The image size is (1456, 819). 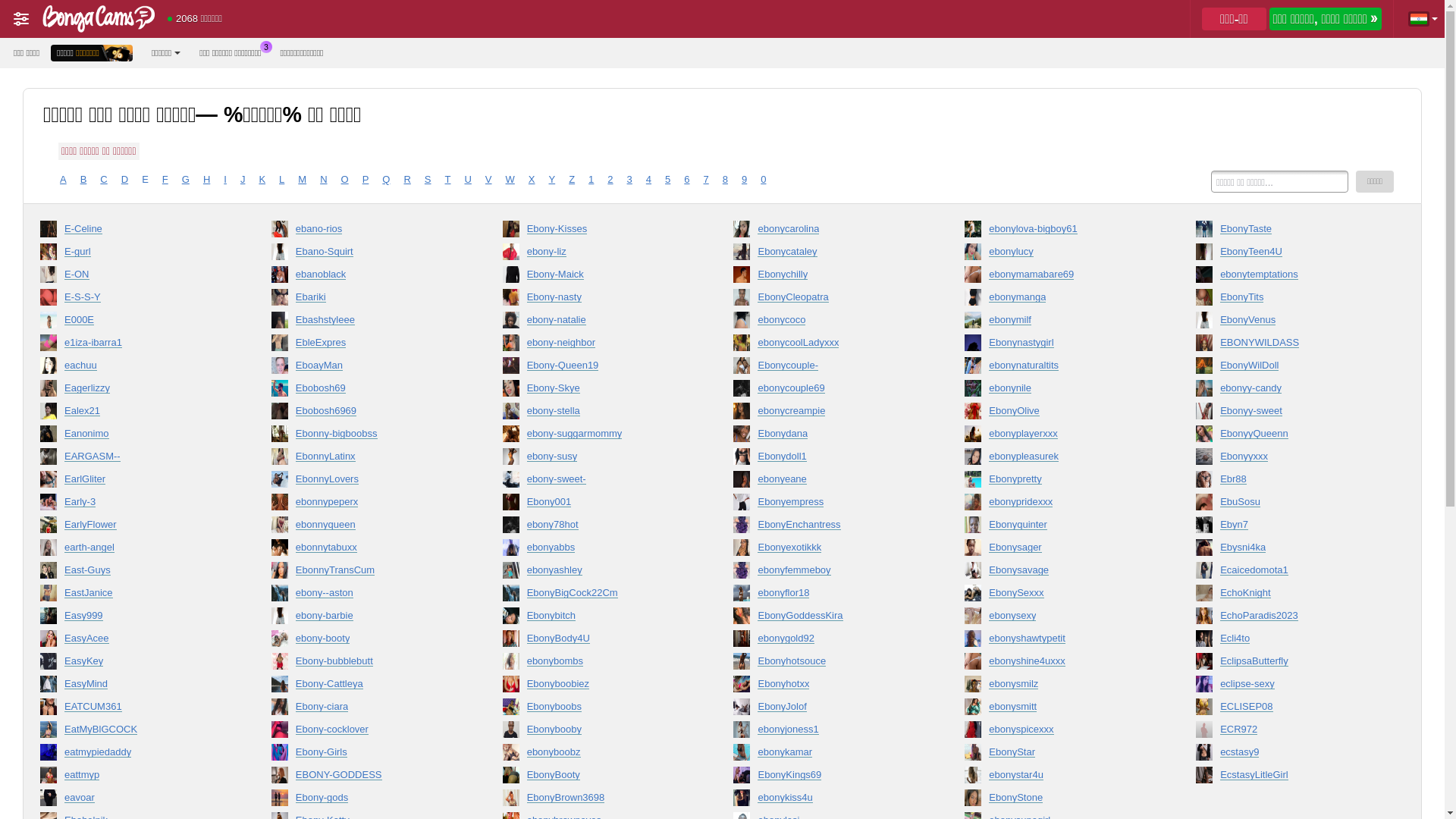 I want to click on 'Ebony-nasty', so click(x=596, y=300).